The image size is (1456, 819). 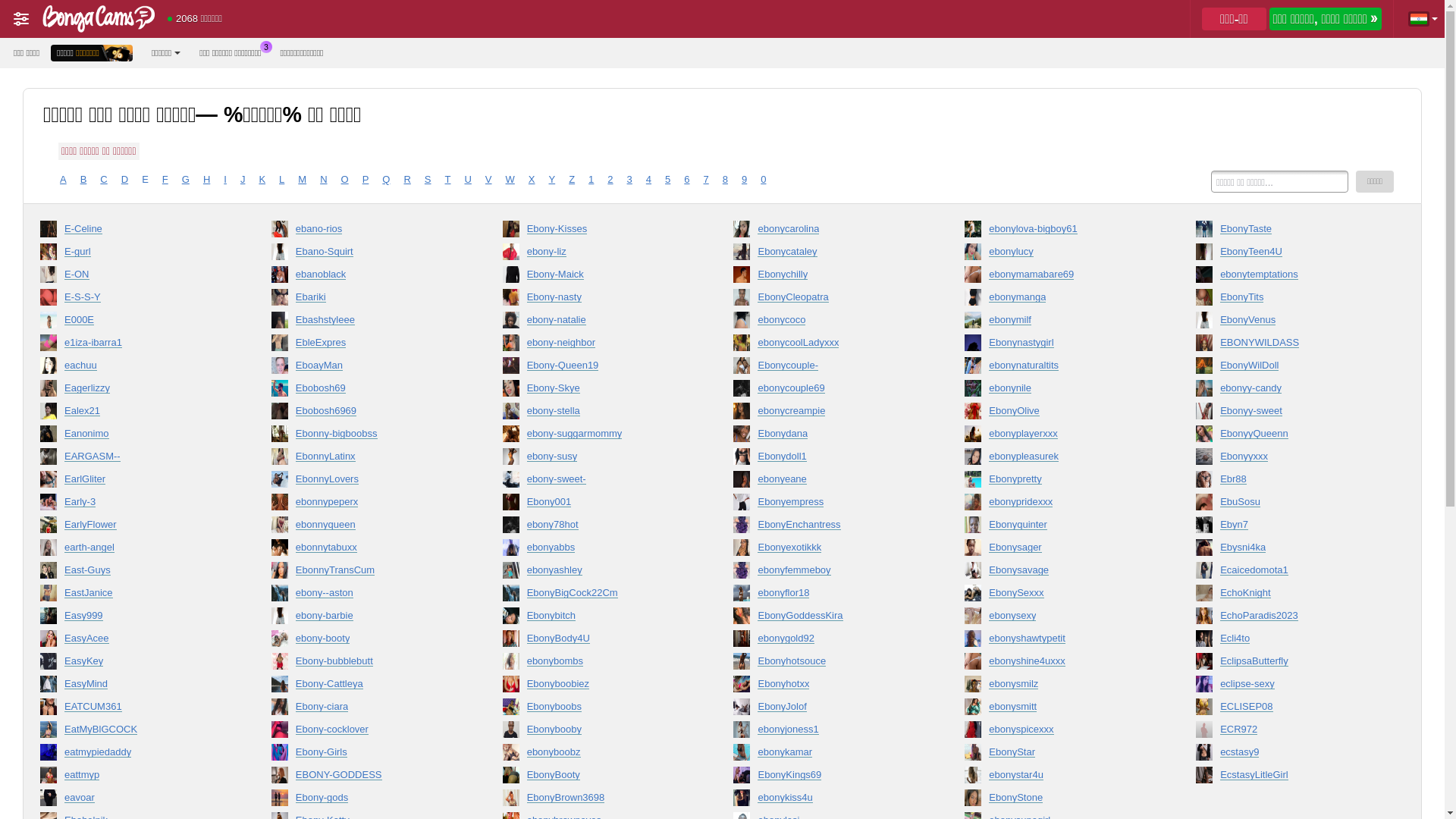 I want to click on 'Ebony-nasty', so click(x=596, y=300).